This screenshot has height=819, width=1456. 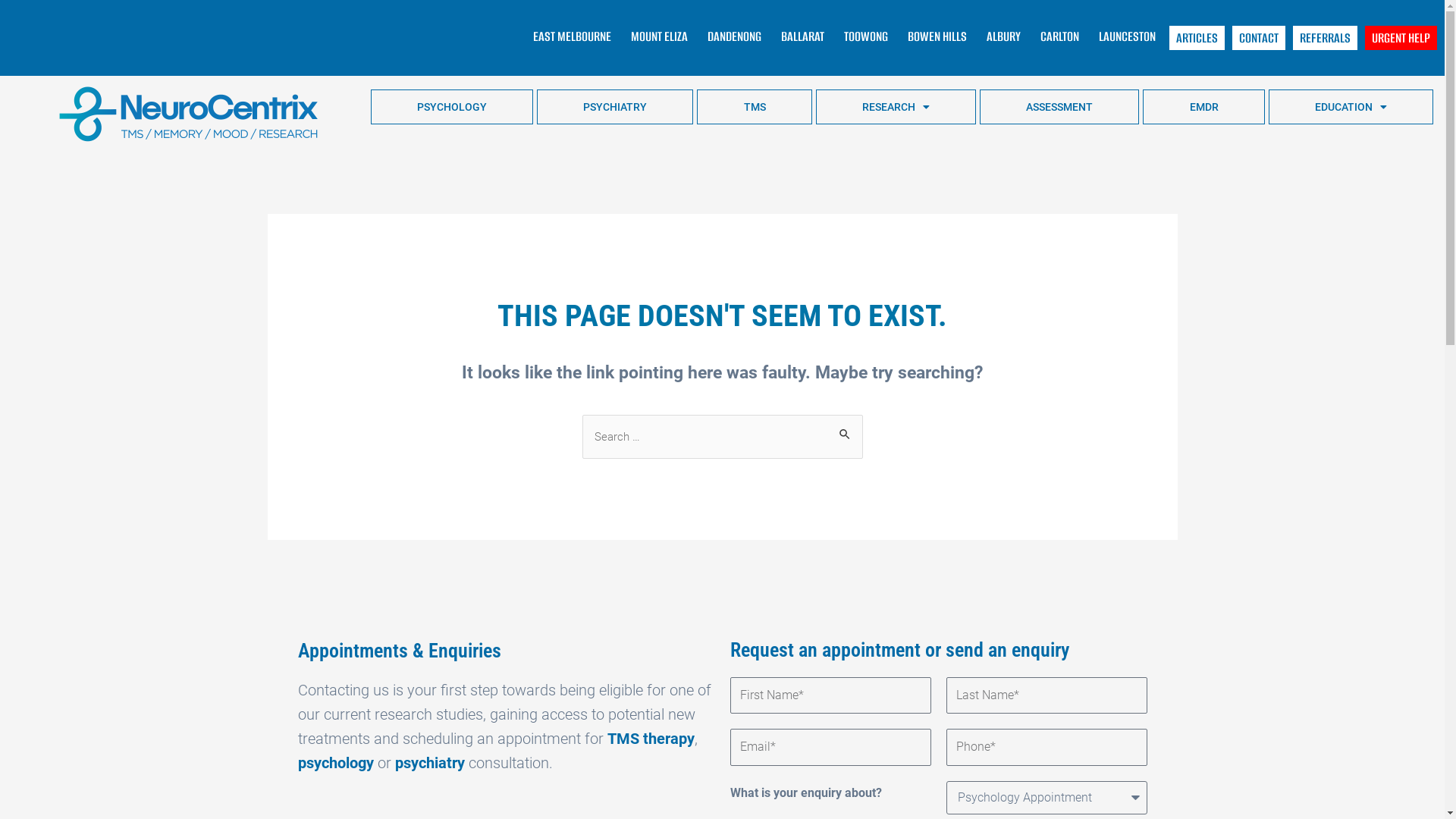 What do you see at coordinates (659, 35) in the screenshot?
I see `'MOUNT ELIZA'` at bounding box center [659, 35].